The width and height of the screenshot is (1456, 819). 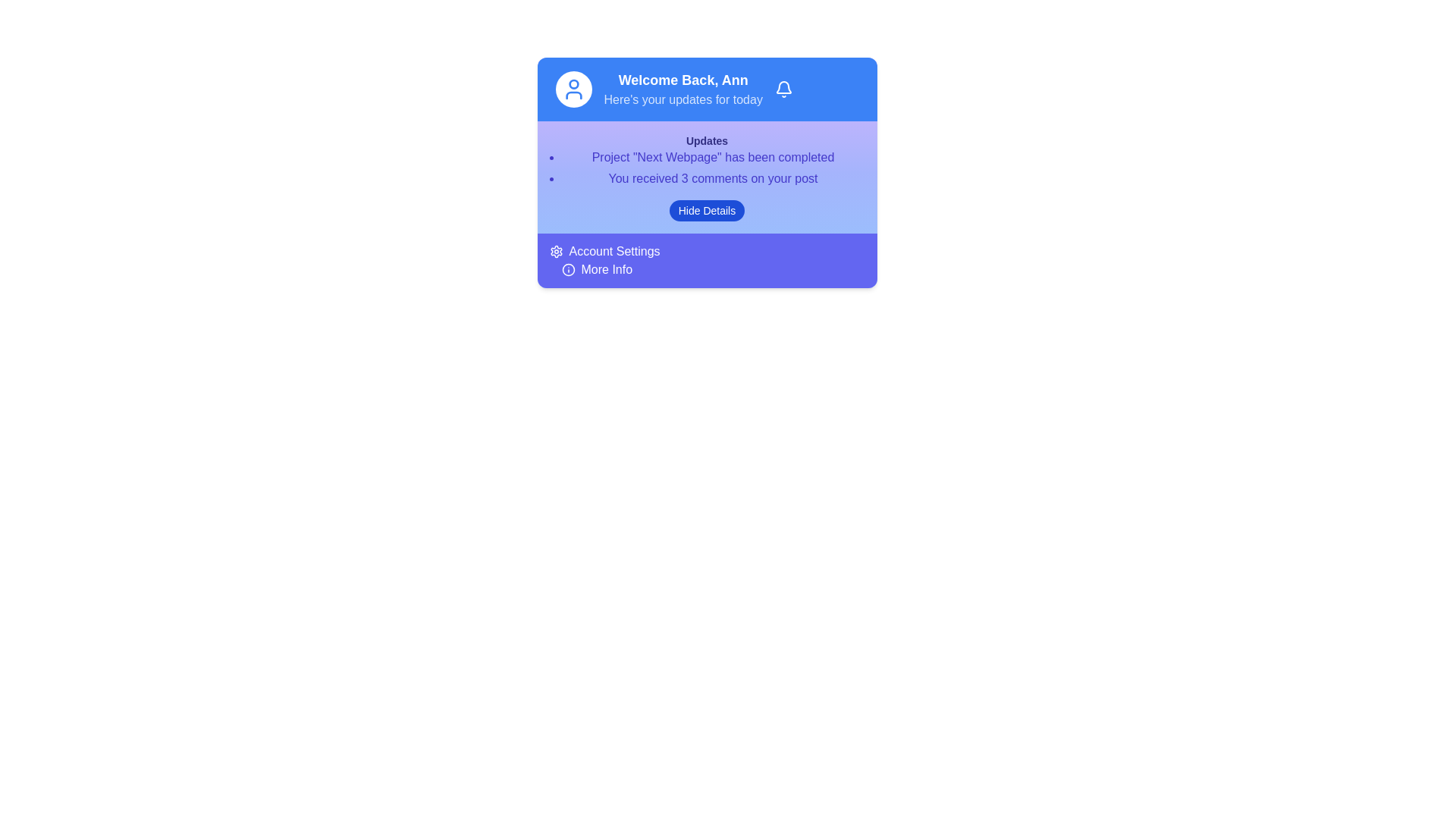 What do you see at coordinates (555, 250) in the screenshot?
I see `the gear-shaped settings icon located to the left of the 'Account Settings' text label` at bounding box center [555, 250].